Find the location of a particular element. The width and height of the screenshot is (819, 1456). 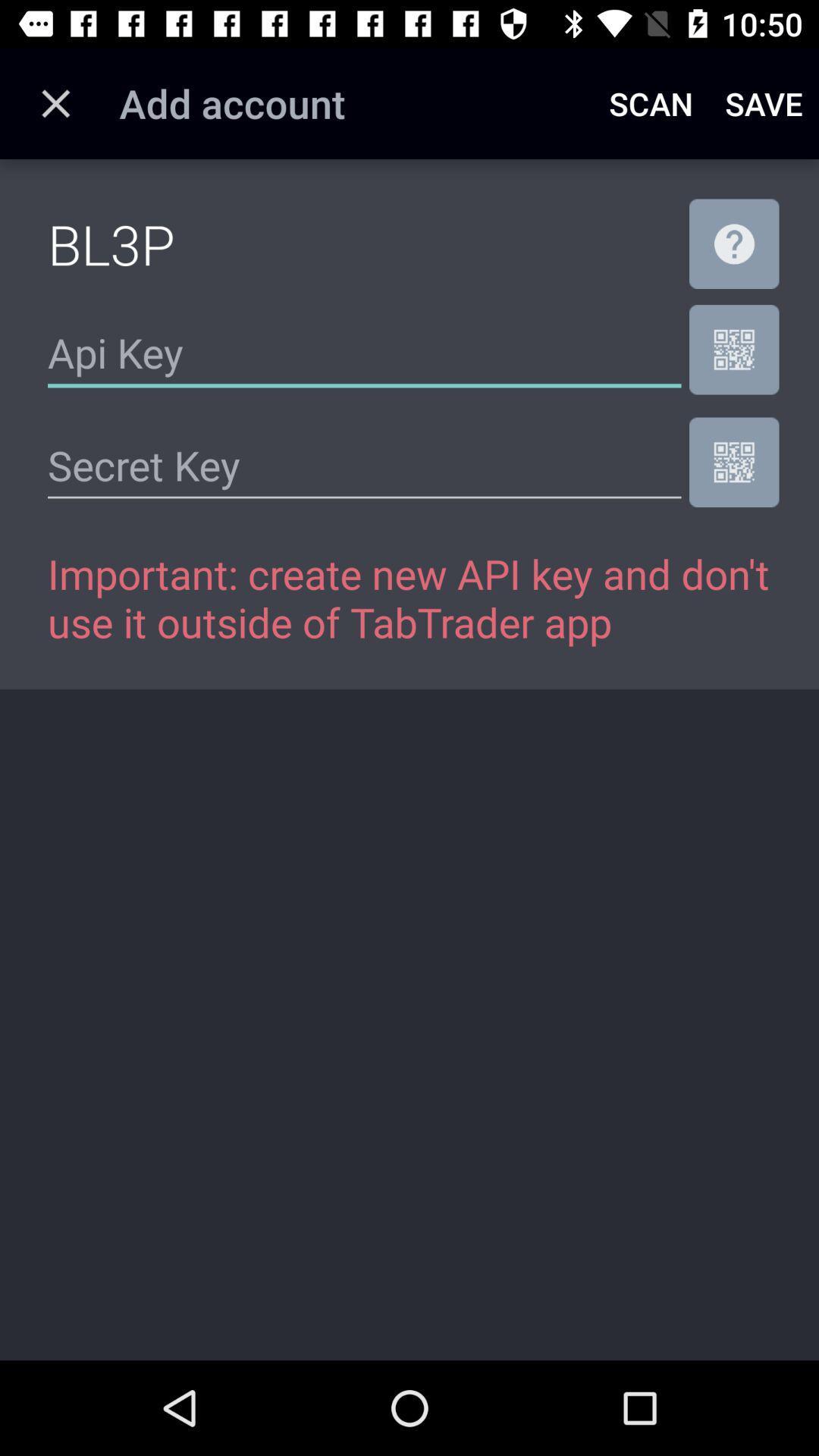

the icon above important create new is located at coordinates (364, 465).